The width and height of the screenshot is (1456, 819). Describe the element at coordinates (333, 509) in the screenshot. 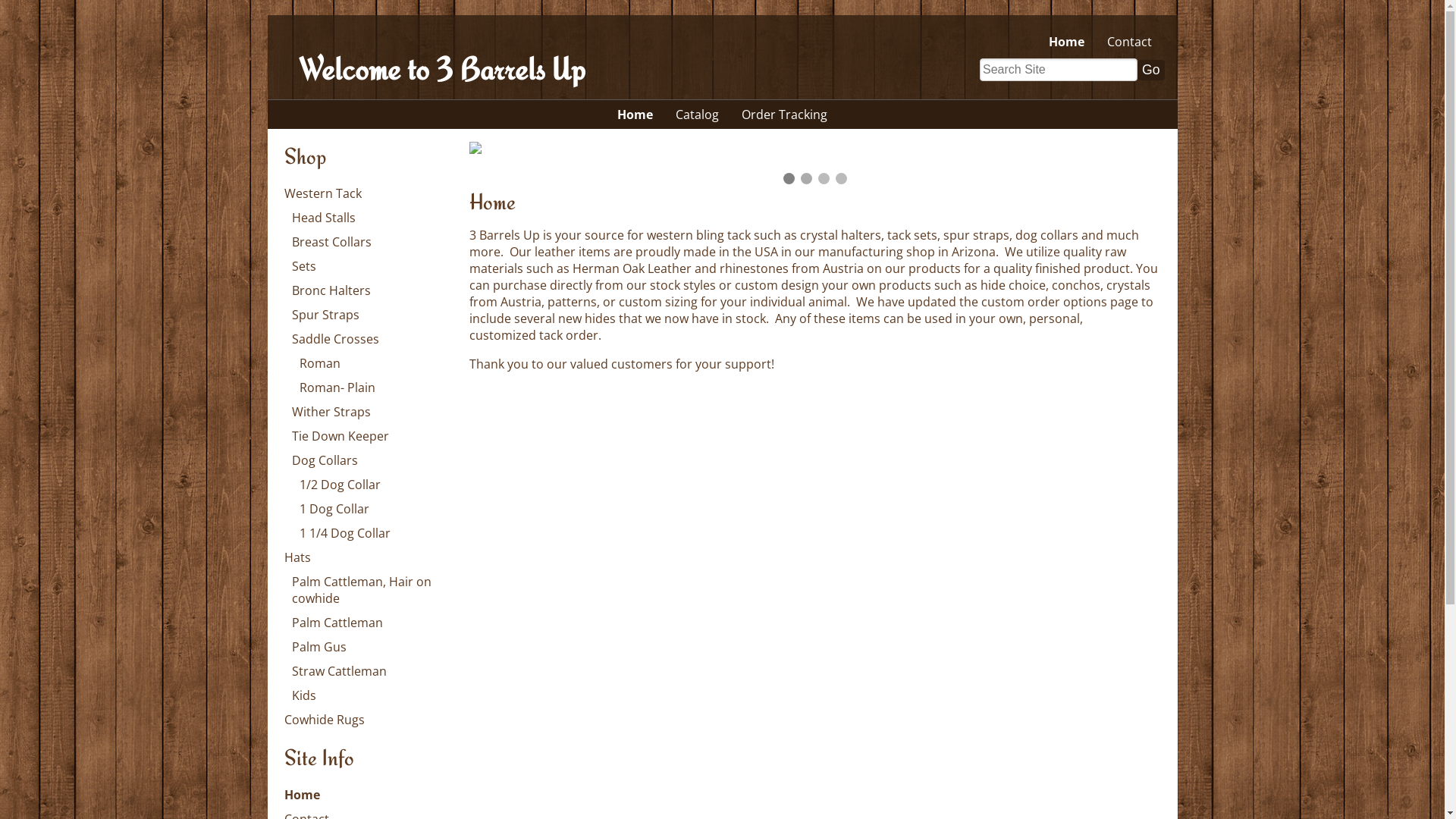

I see `'1 Dog Collar'` at that location.